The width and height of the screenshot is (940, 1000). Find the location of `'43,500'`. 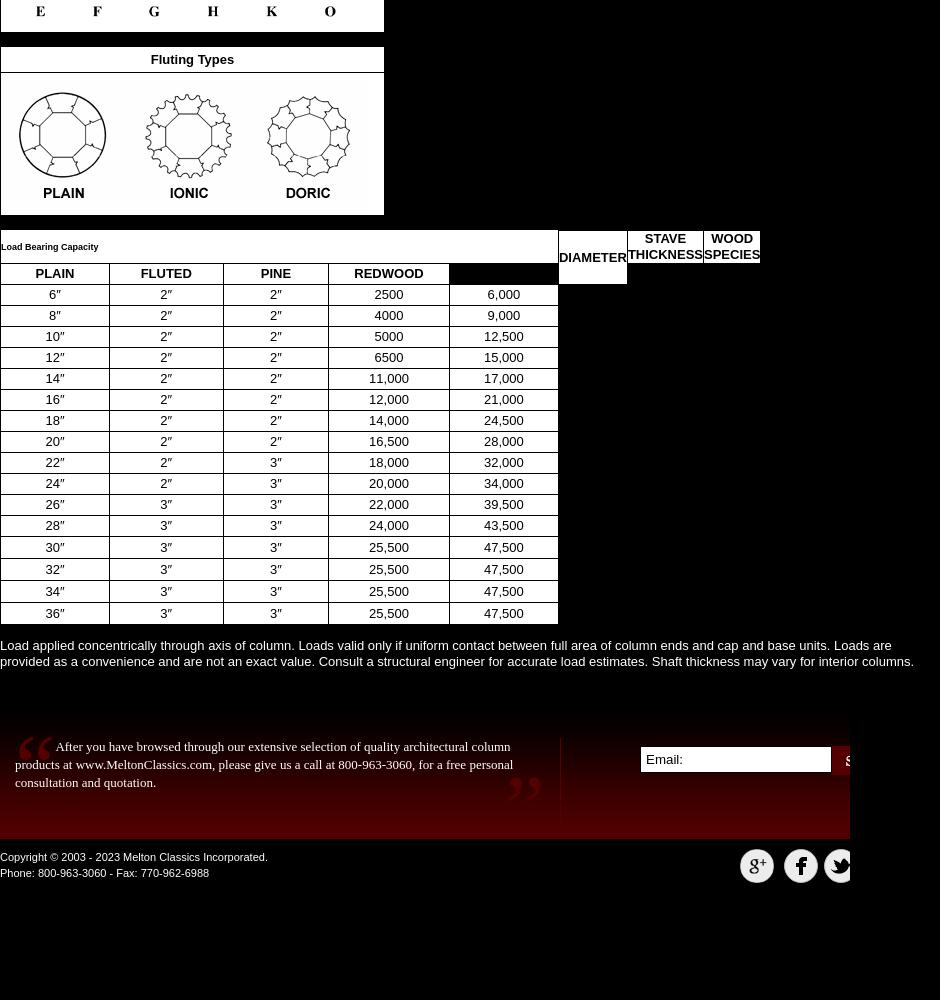

'43,500' is located at coordinates (502, 525).